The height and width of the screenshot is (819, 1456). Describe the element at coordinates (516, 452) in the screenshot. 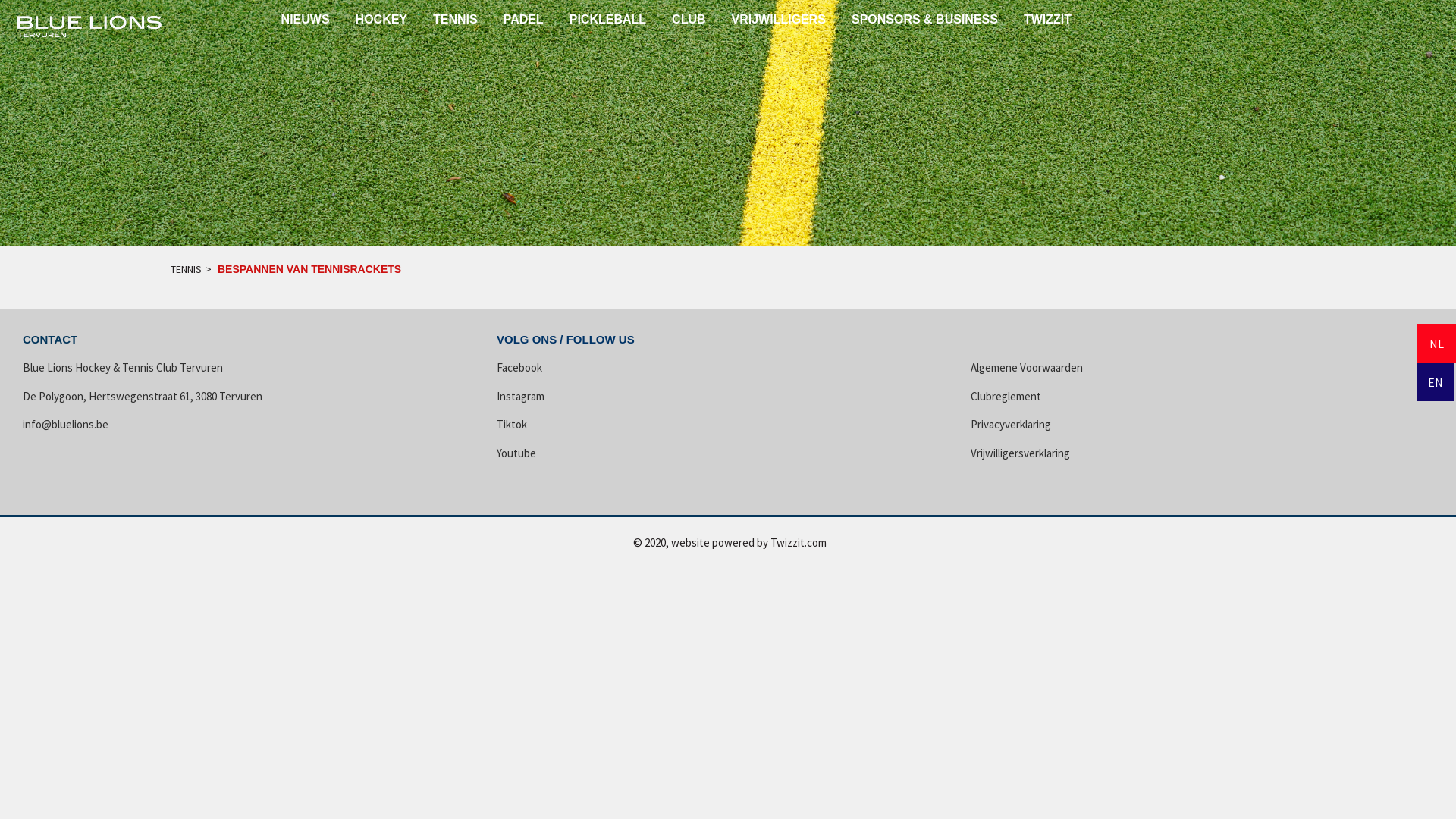

I see `'Youtube'` at that location.